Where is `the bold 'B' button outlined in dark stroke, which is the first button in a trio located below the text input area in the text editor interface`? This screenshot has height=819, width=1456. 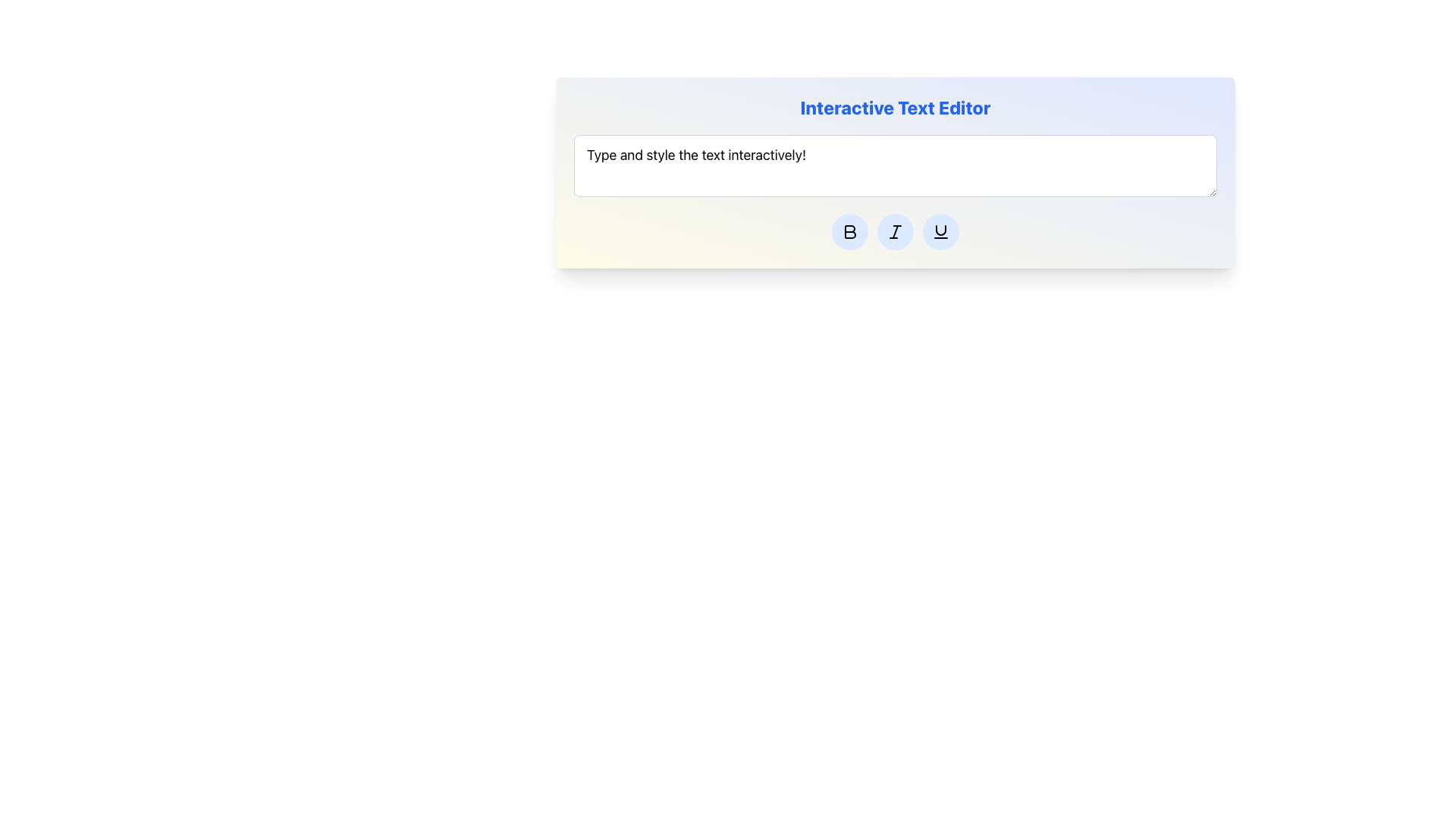
the bold 'B' button outlined in dark stroke, which is the first button in a trio located below the text input area in the text editor interface is located at coordinates (850, 231).